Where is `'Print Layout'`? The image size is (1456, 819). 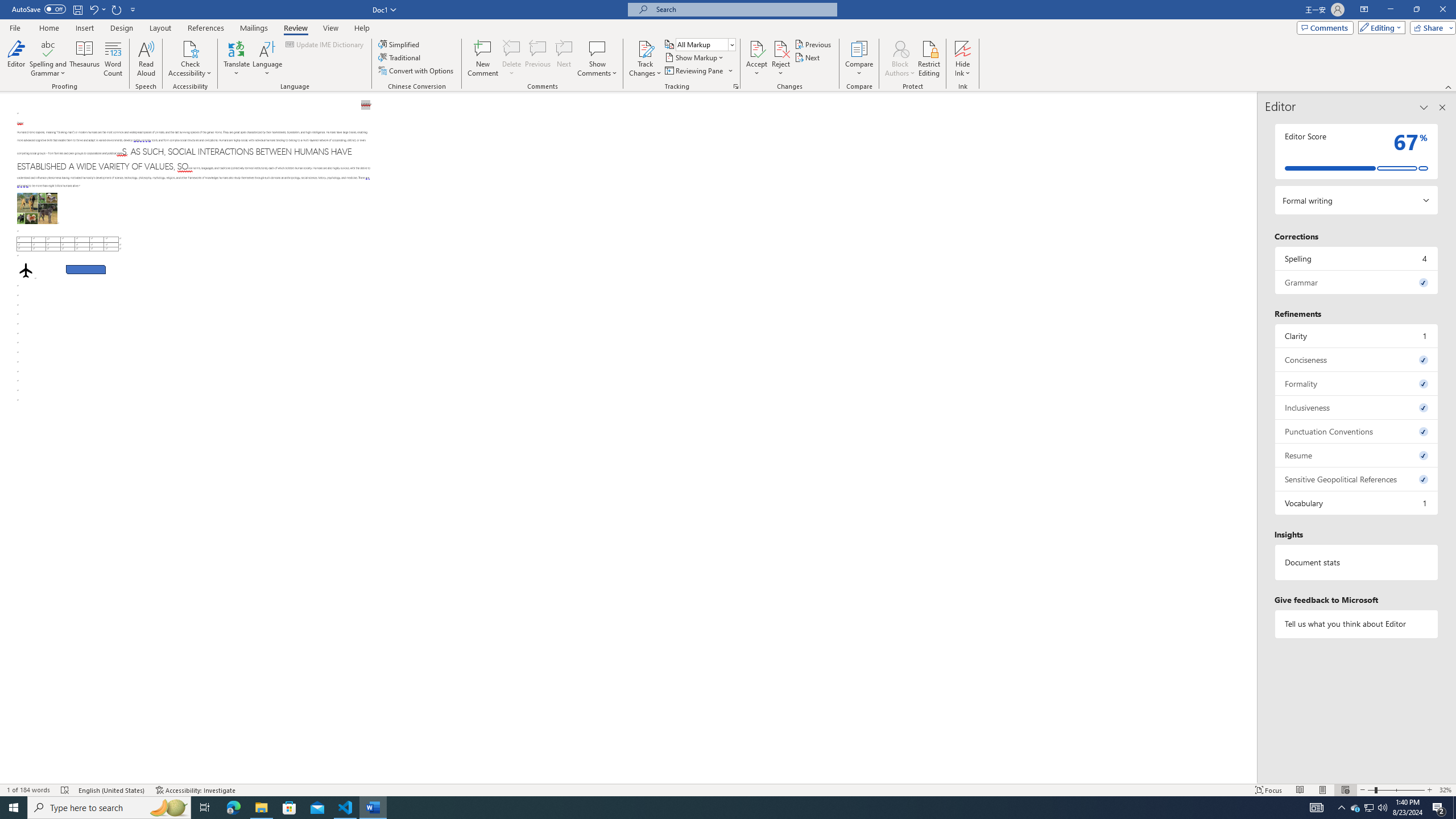
'Print Layout' is located at coordinates (1322, 790).